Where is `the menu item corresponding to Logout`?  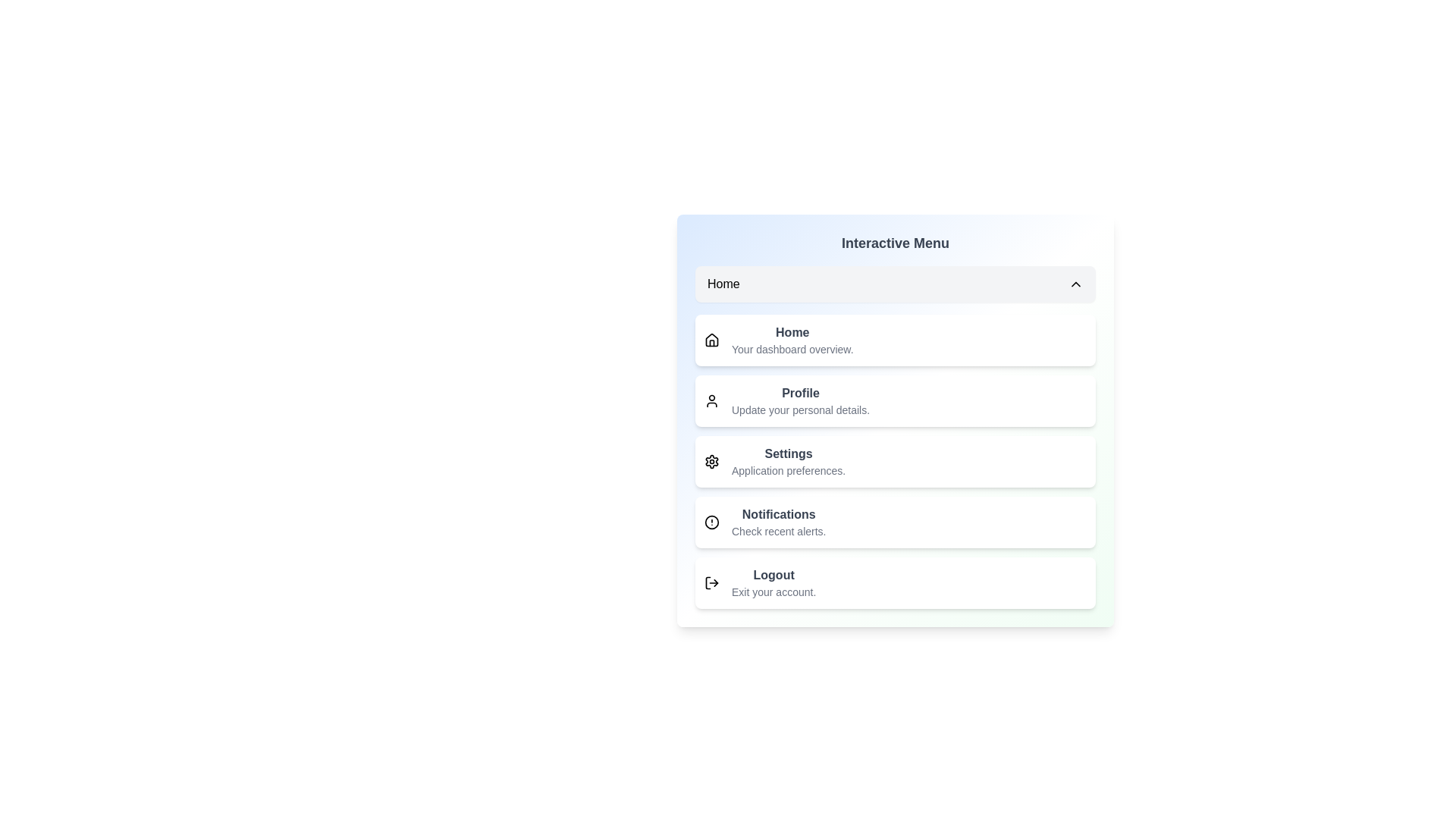
the menu item corresponding to Logout is located at coordinates (895, 582).